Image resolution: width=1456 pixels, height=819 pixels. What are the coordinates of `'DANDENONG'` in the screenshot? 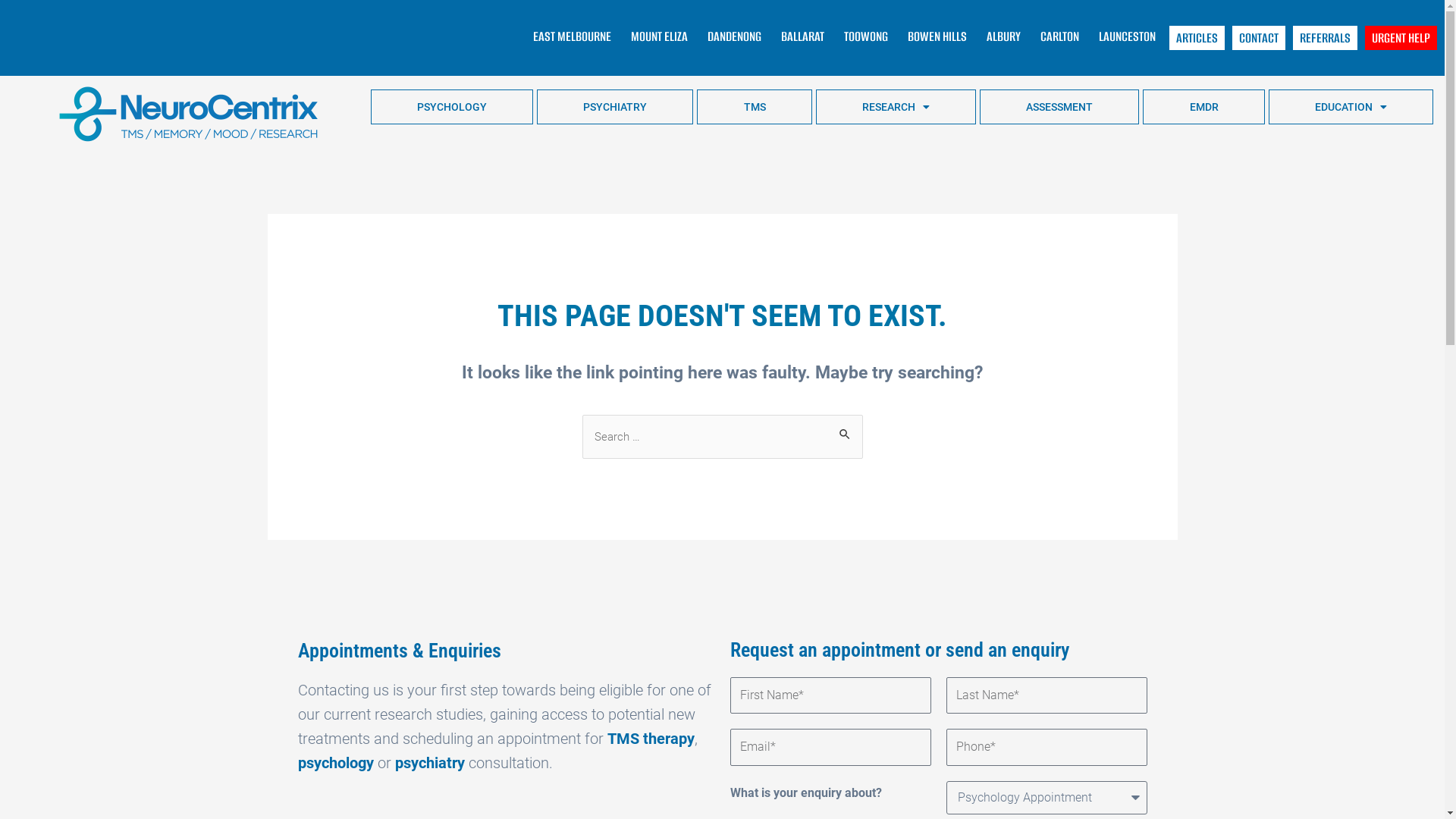 It's located at (701, 35).